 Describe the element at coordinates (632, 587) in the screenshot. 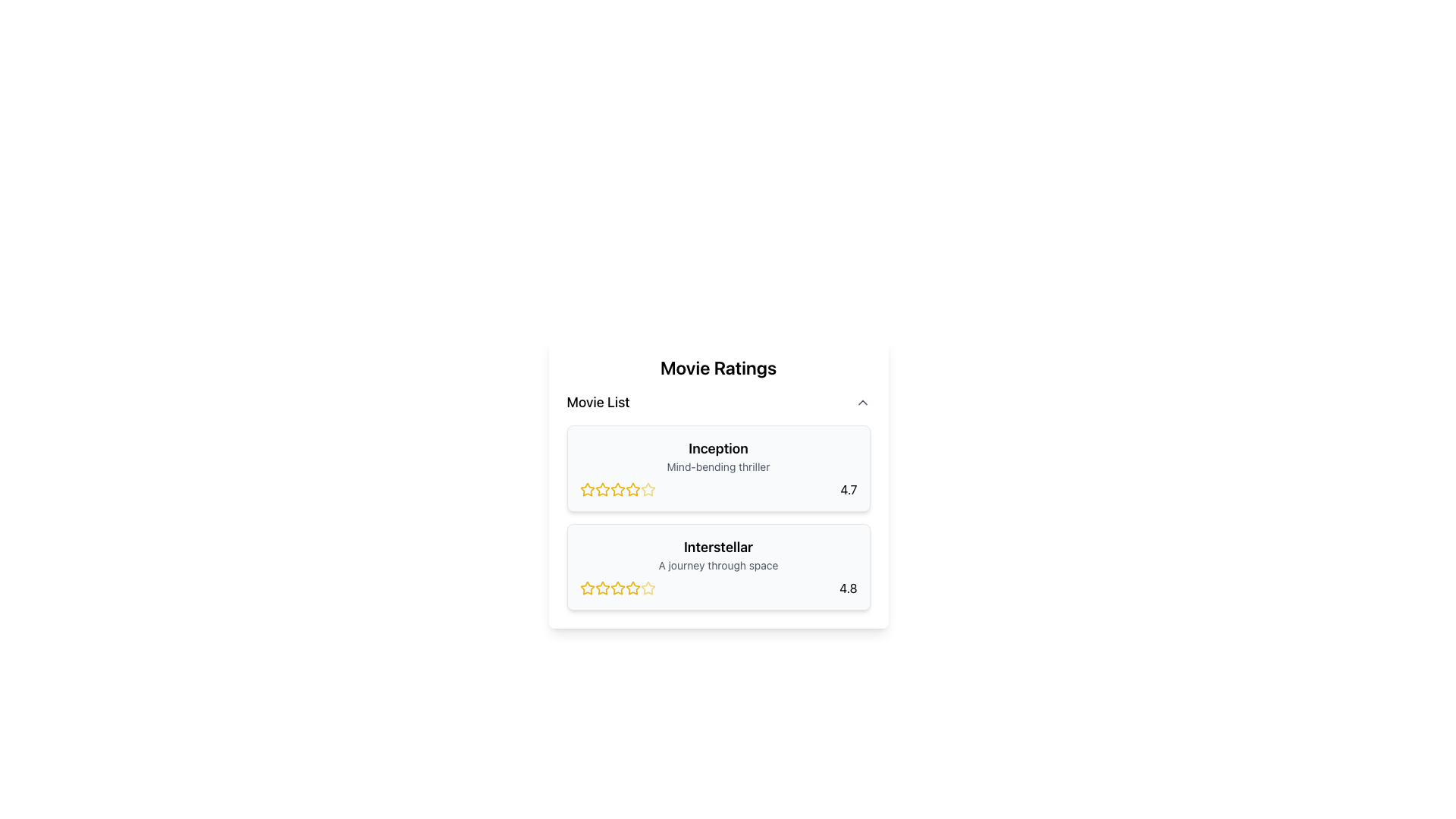

I see `the fifth star icon in the horizontal row of rating stars under the 'Interstellar' movie entry in the 'Movie Ratings' section to rate it` at that location.